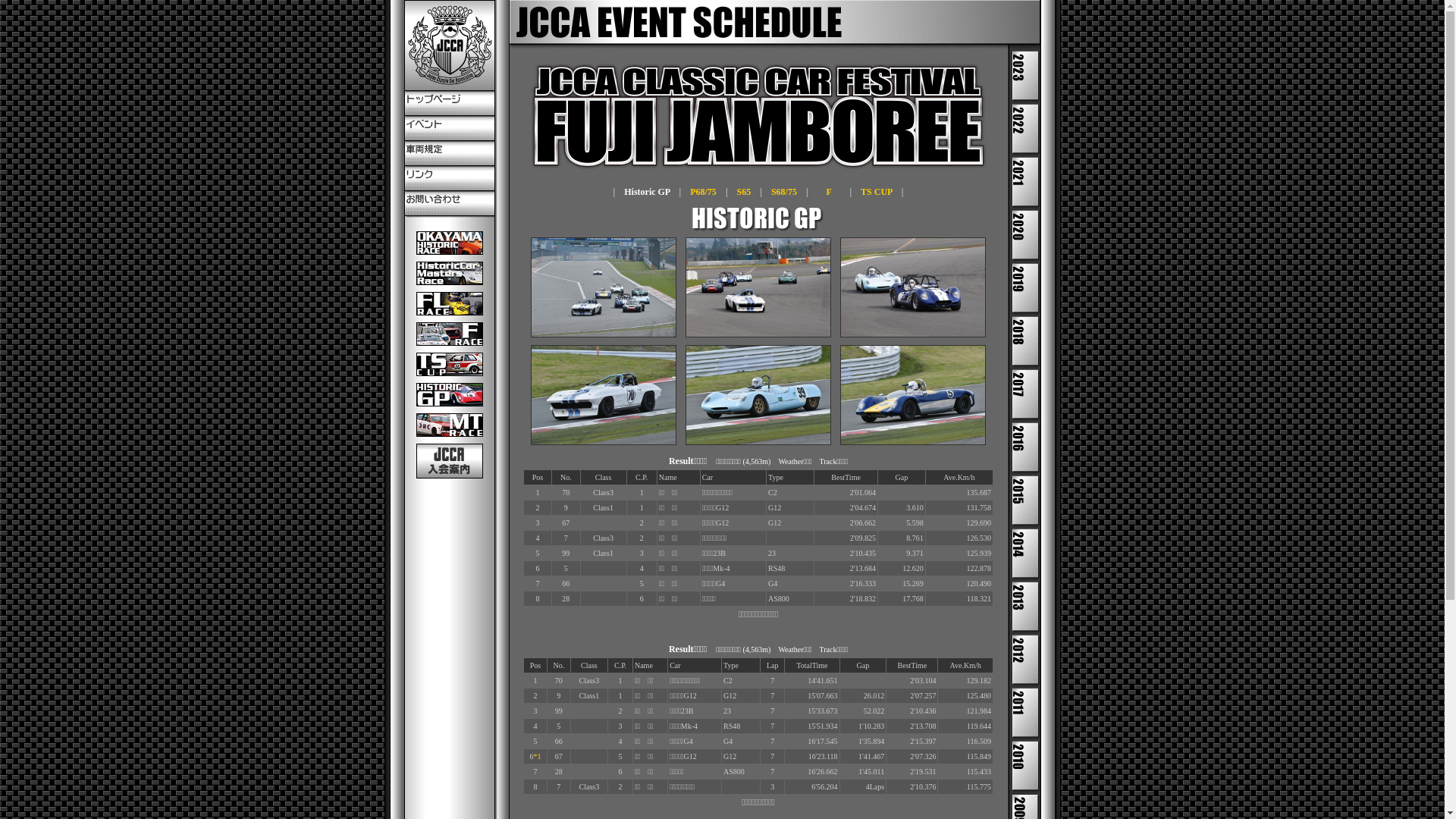  What do you see at coordinates (783, 191) in the screenshot?
I see `'S68/75'` at bounding box center [783, 191].